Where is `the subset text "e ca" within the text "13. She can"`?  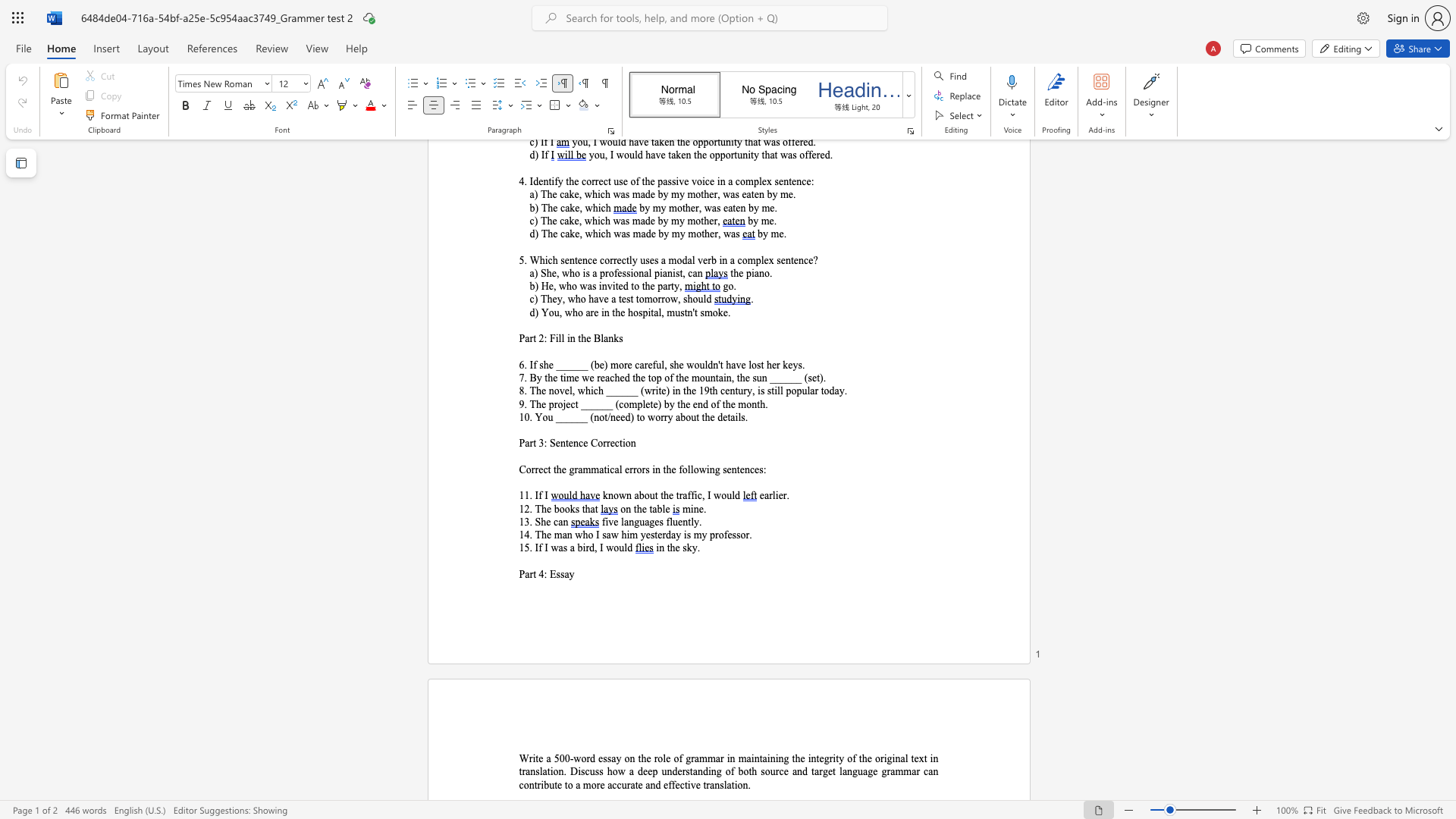
the subset text "e ca" within the text "13. She can" is located at coordinates (546, 521).